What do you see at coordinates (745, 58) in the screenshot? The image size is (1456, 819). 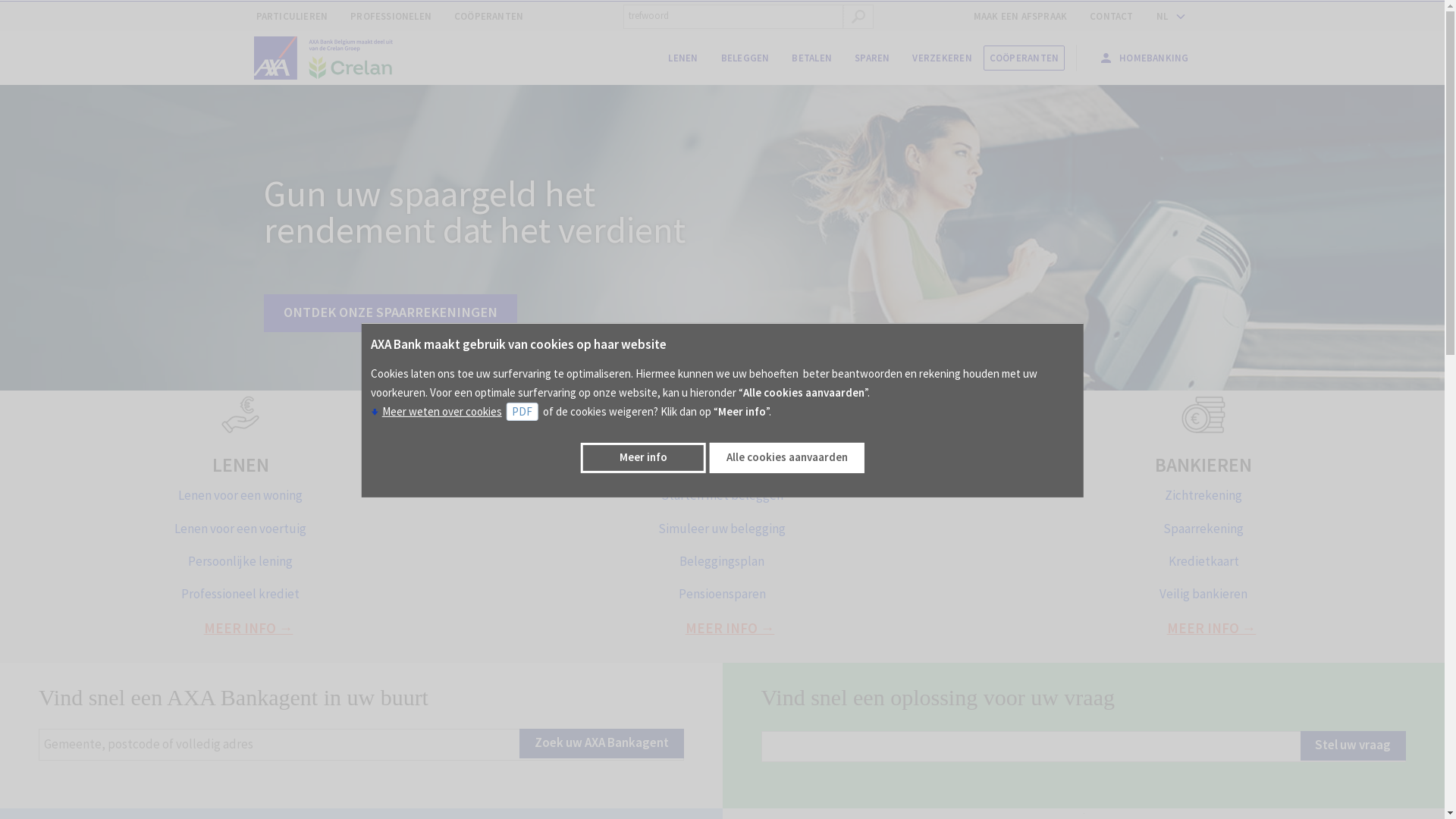 I see `'BELEGGEN'` at bounding box center [745, 58].